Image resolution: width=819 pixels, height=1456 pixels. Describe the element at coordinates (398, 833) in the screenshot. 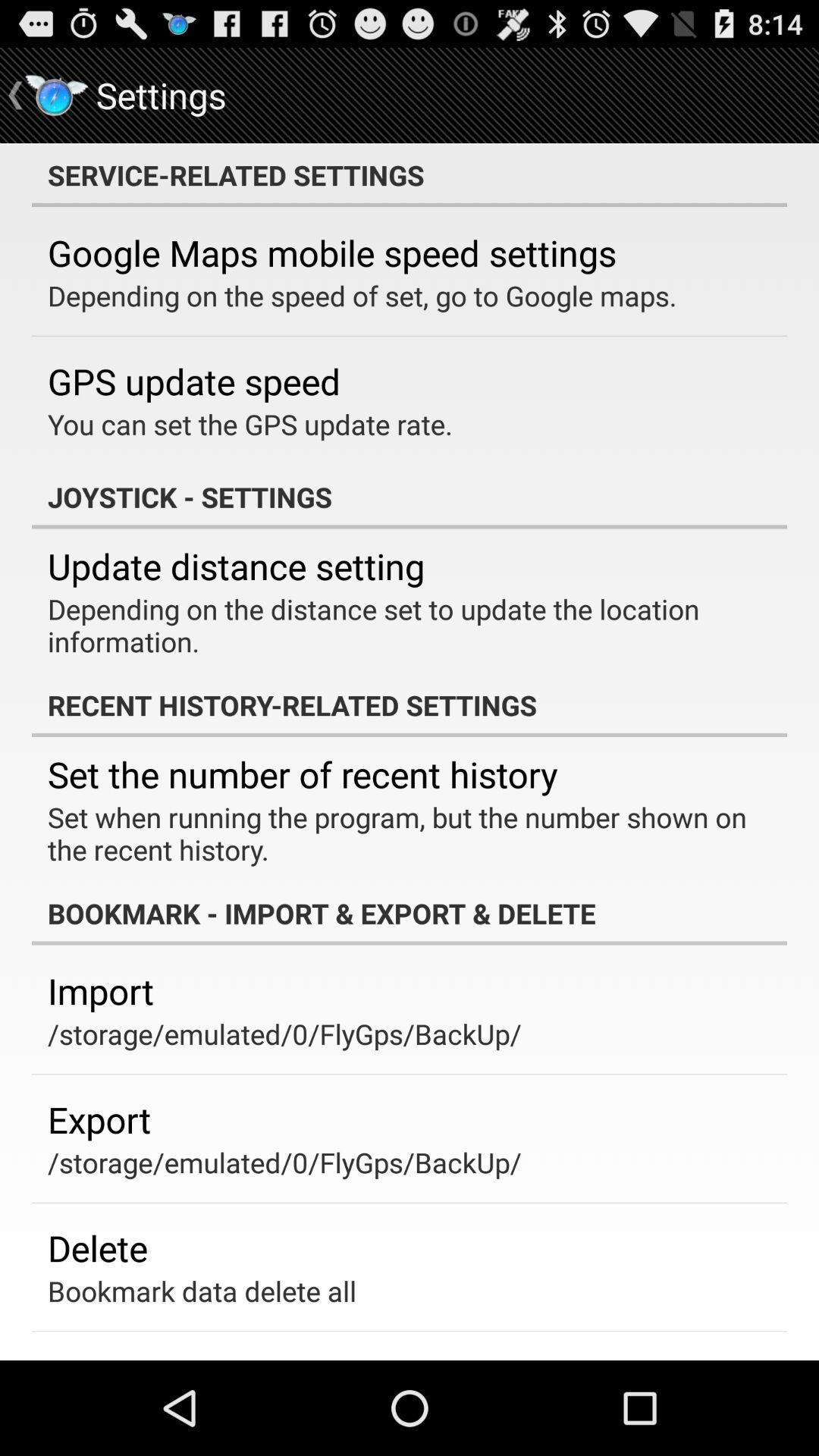

I see `item above the bookmark import export` at that location.